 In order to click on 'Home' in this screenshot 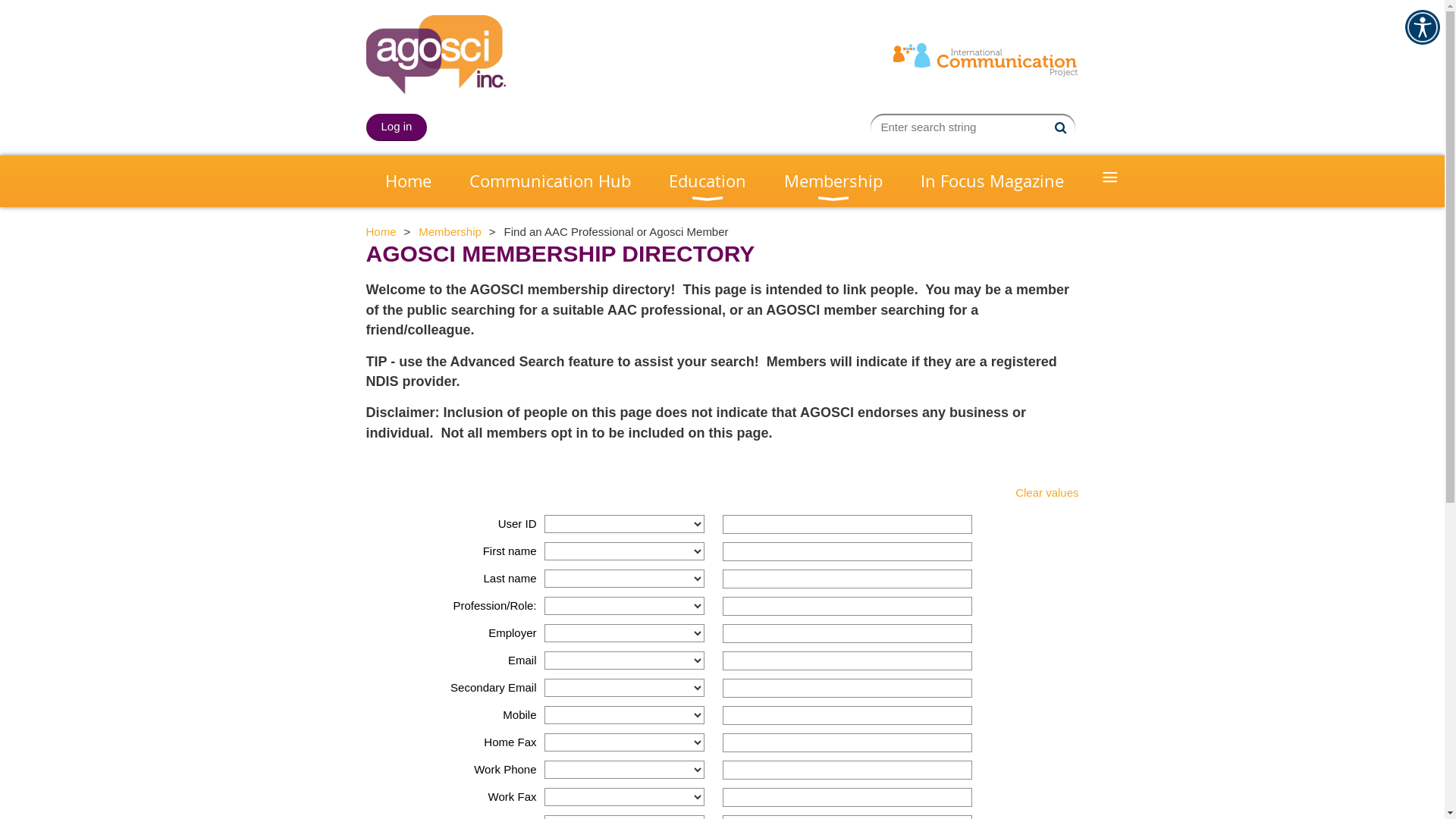, I will do `click(381, 231)`.